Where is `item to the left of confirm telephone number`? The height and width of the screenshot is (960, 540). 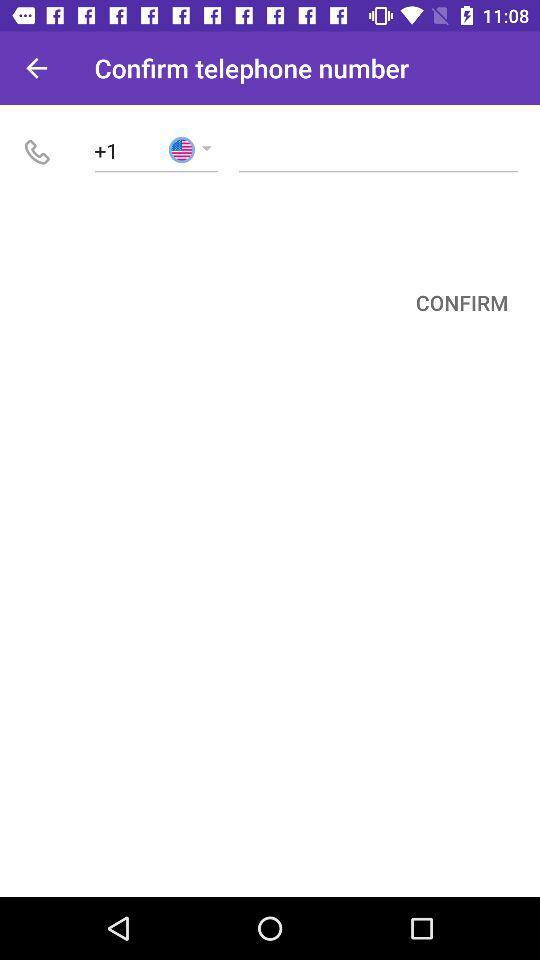 item to the left of confirm telephone number is located at coordinates (36, 68).